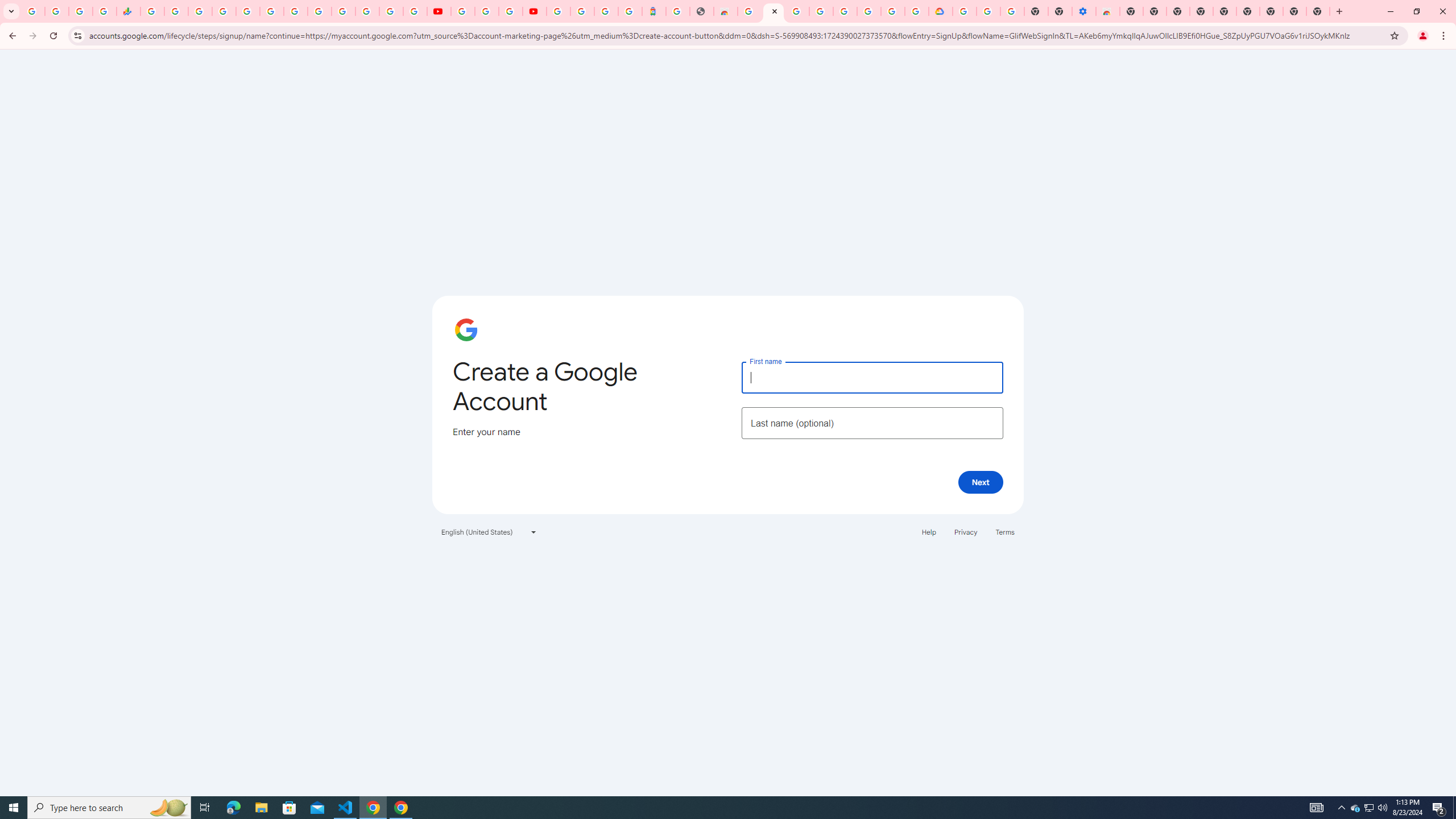 Image resolution: width=1456 pixels, height=819 pixels. What do you see at coordinates (1318, 11) in the screenshot?
I see `'New Tab'` at bounding box center [1318, 11].